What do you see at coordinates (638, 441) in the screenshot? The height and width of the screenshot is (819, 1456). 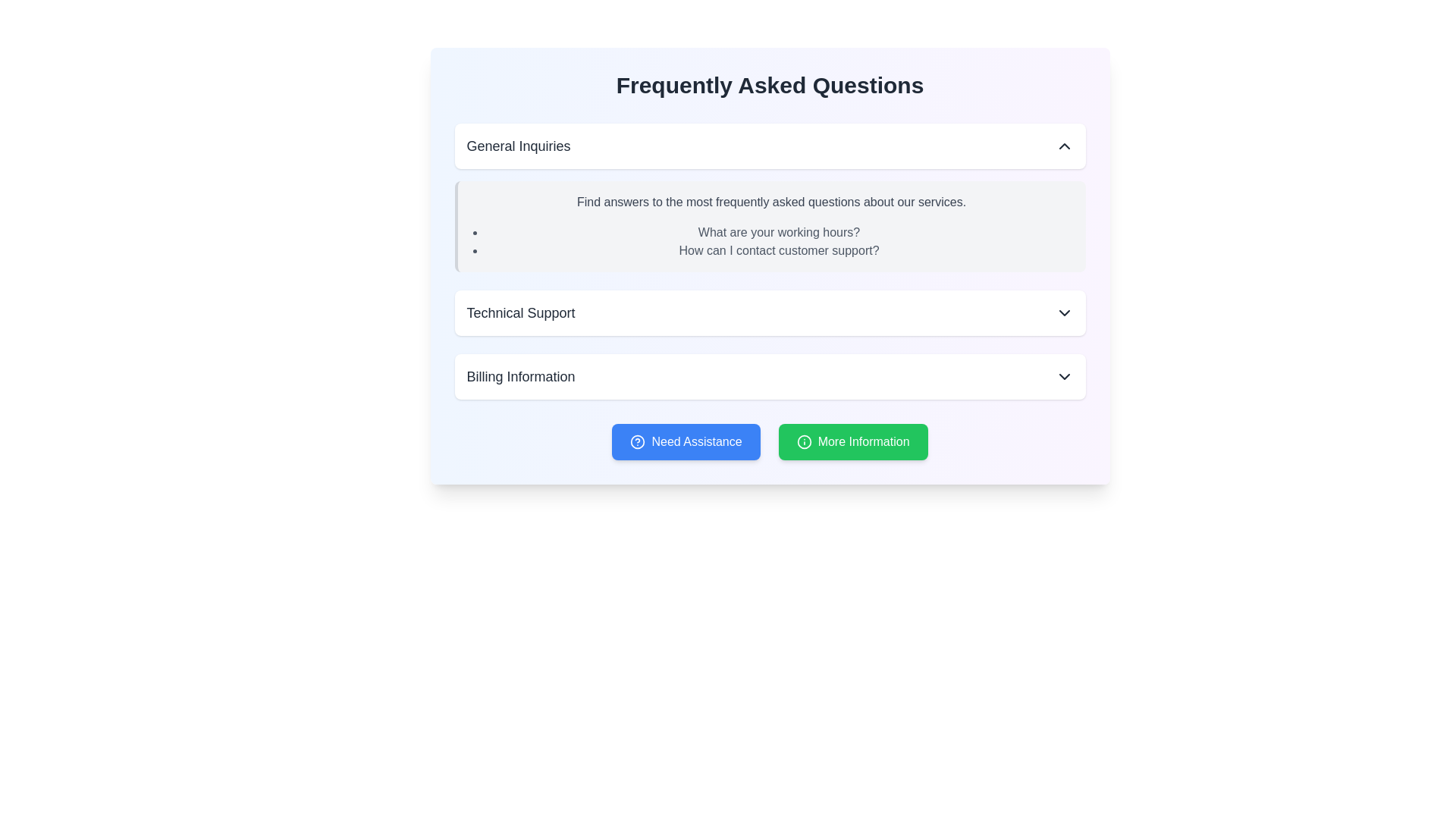 I see `the 'Need Assistance' button by interacting with the help icon located within it` at bounding box center [638, 441].